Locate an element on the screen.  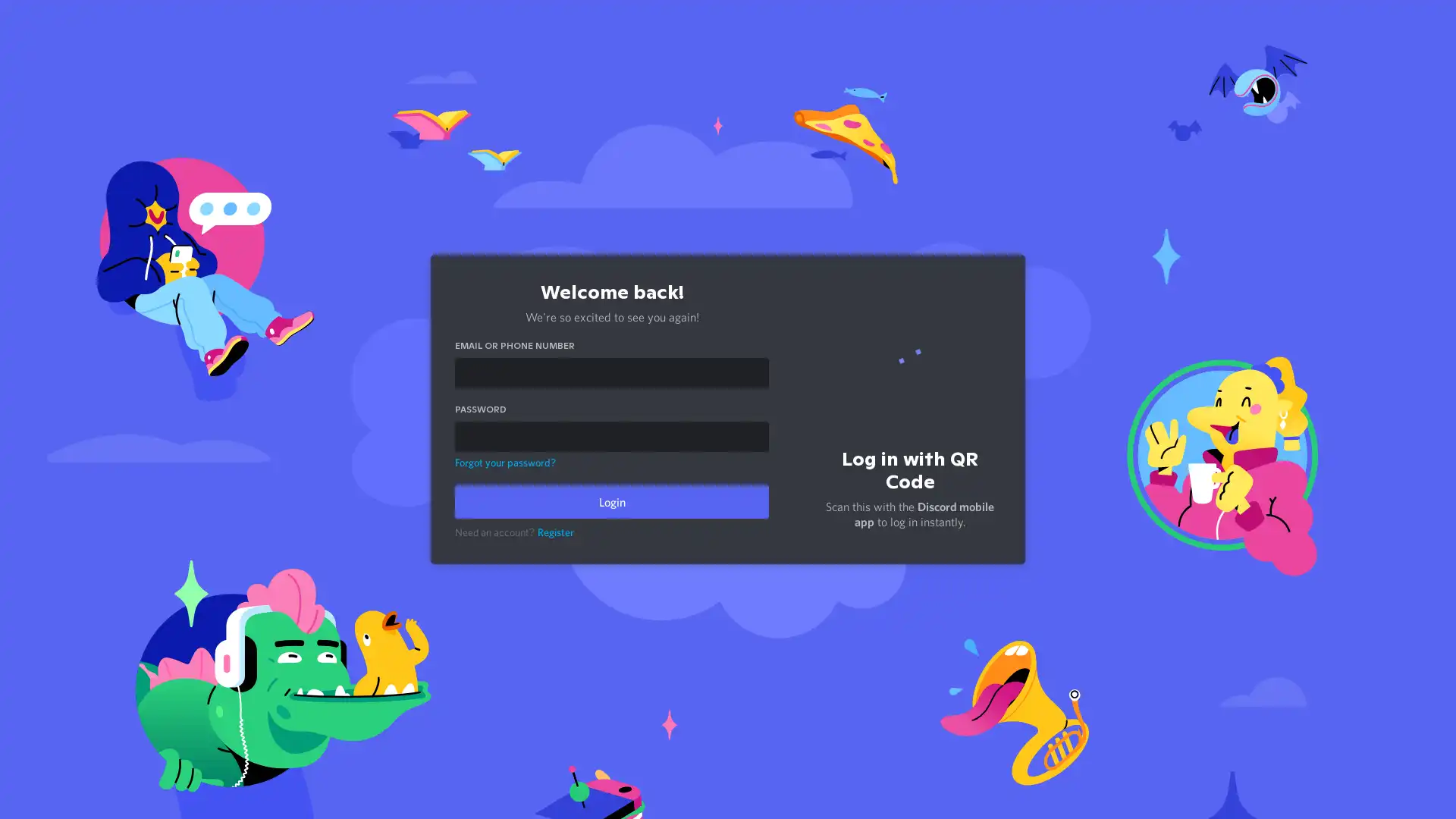
Login is located at coordinates (611, 502).